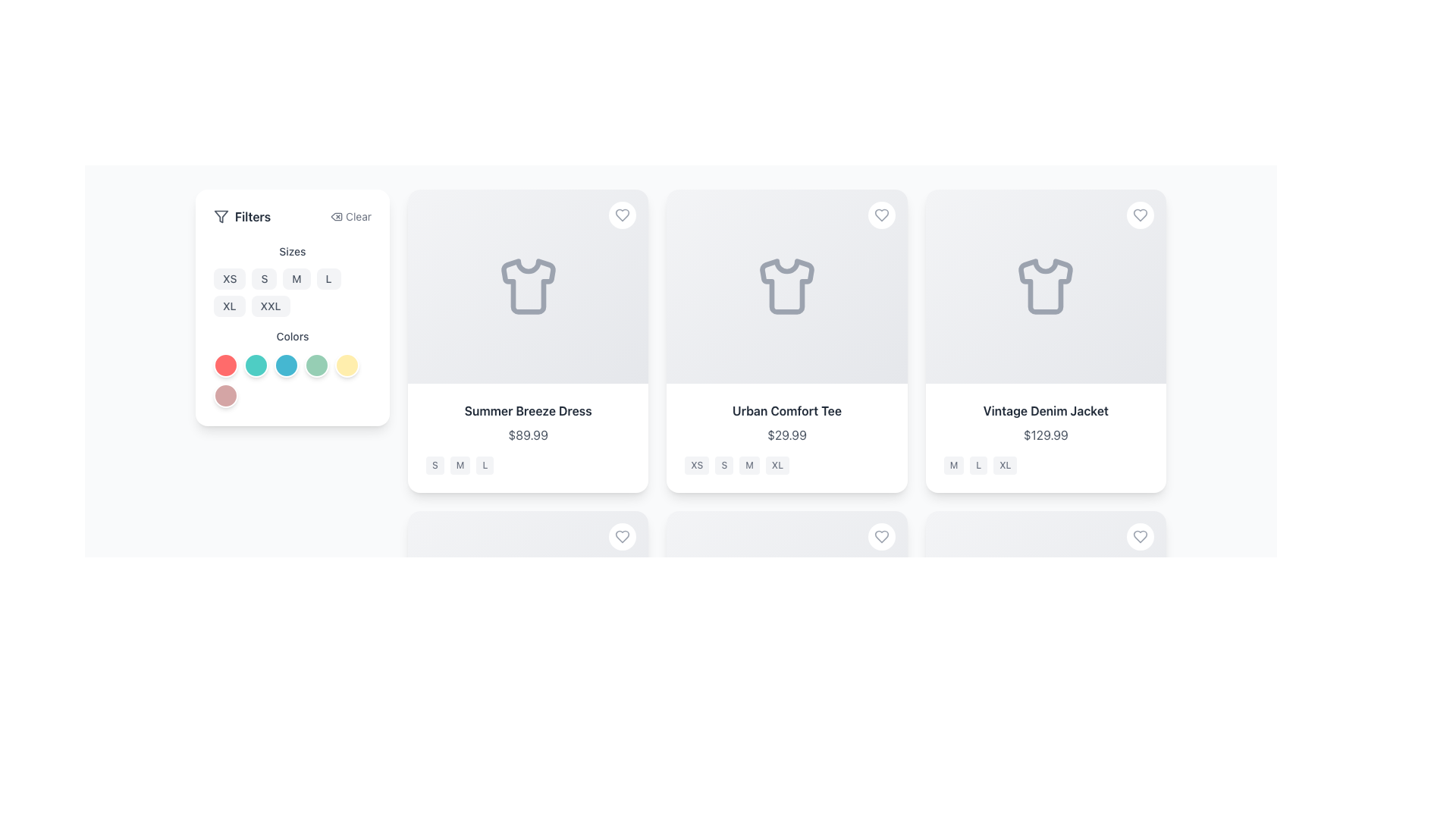 The height and width of the screenshot is (819, 1456). Describe the element at coordinates (623, 215) in the screenshot. I see `the heart icon` at that location.